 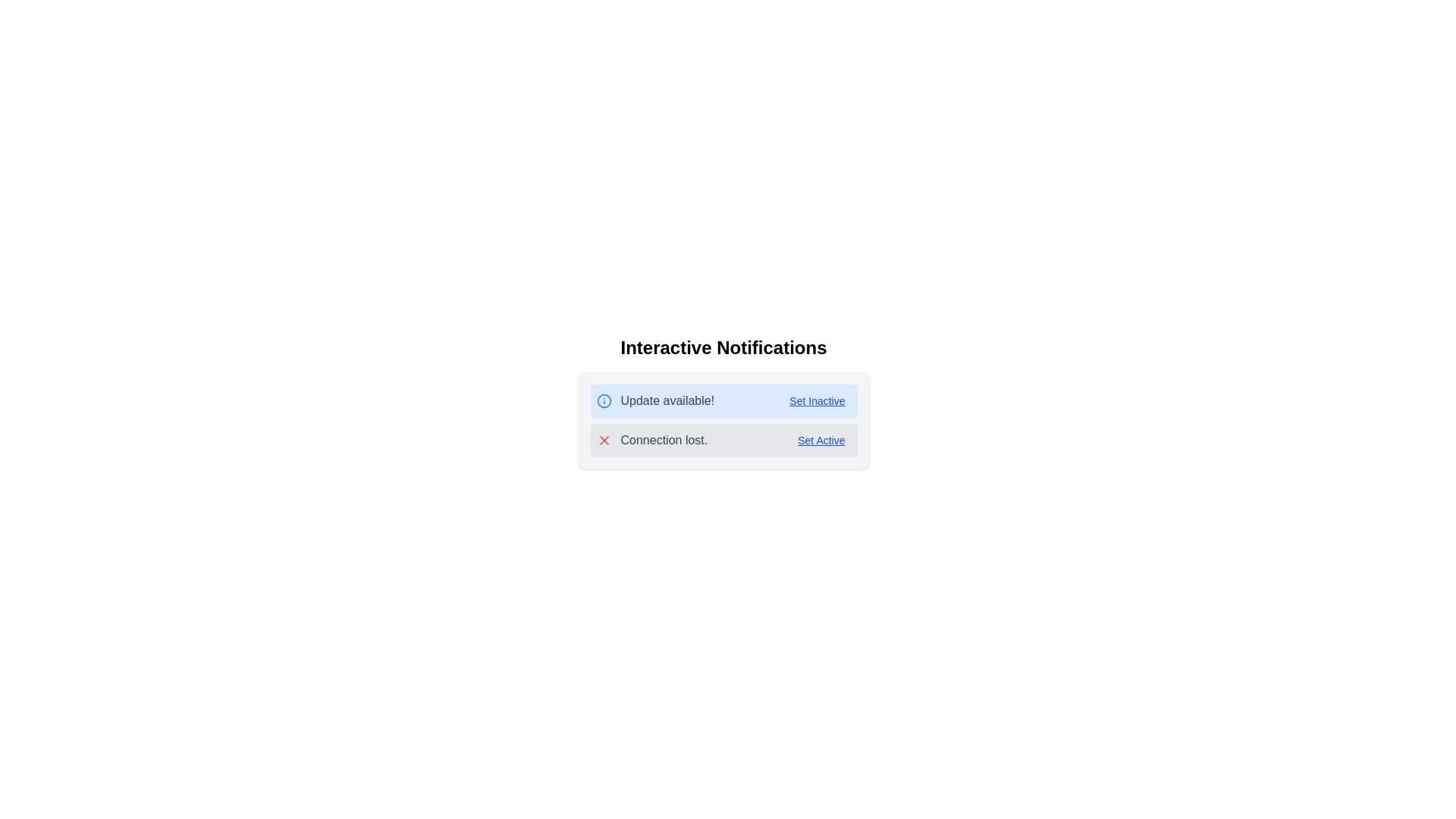 I want to click on the Notification Component that informs the user about an available update, which is the first notification in a stack of notifications, so click(x=723, y=400).